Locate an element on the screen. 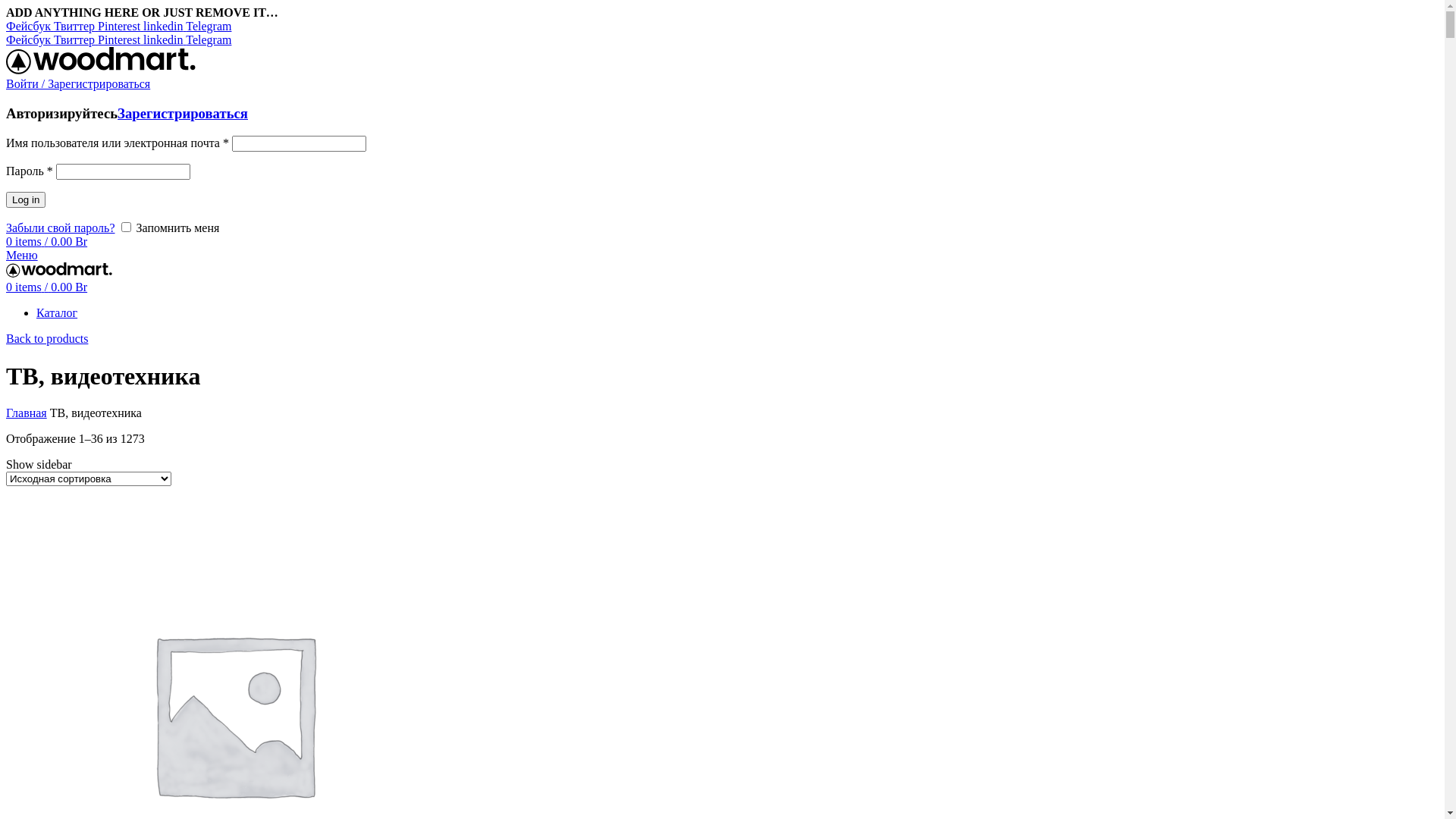  'linkedin' is located at coordinates (164, 26).